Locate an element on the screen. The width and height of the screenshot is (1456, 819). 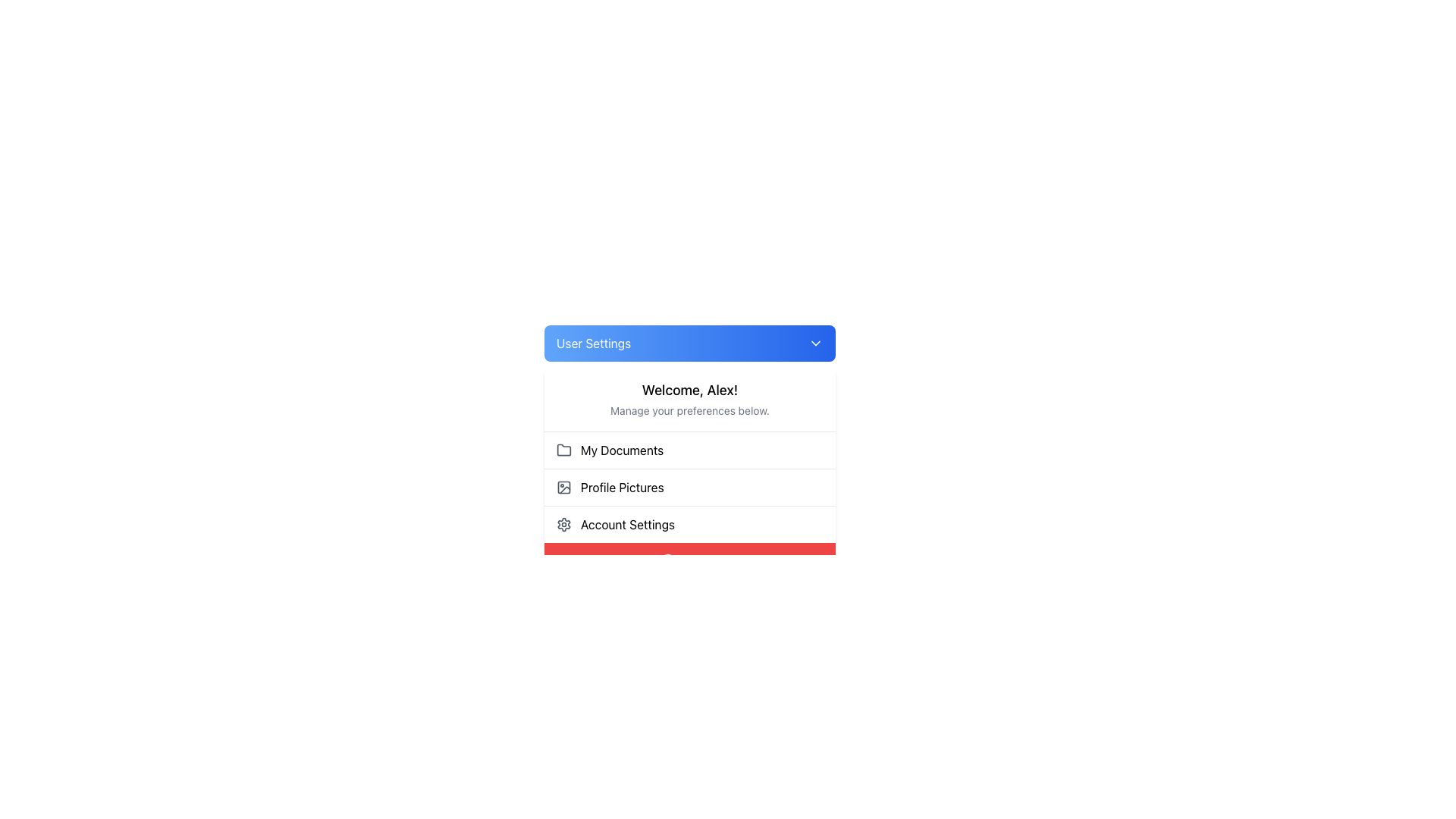
the gear-shaped icon associated with 'Account Settings' is located at coordinates (563, 523).